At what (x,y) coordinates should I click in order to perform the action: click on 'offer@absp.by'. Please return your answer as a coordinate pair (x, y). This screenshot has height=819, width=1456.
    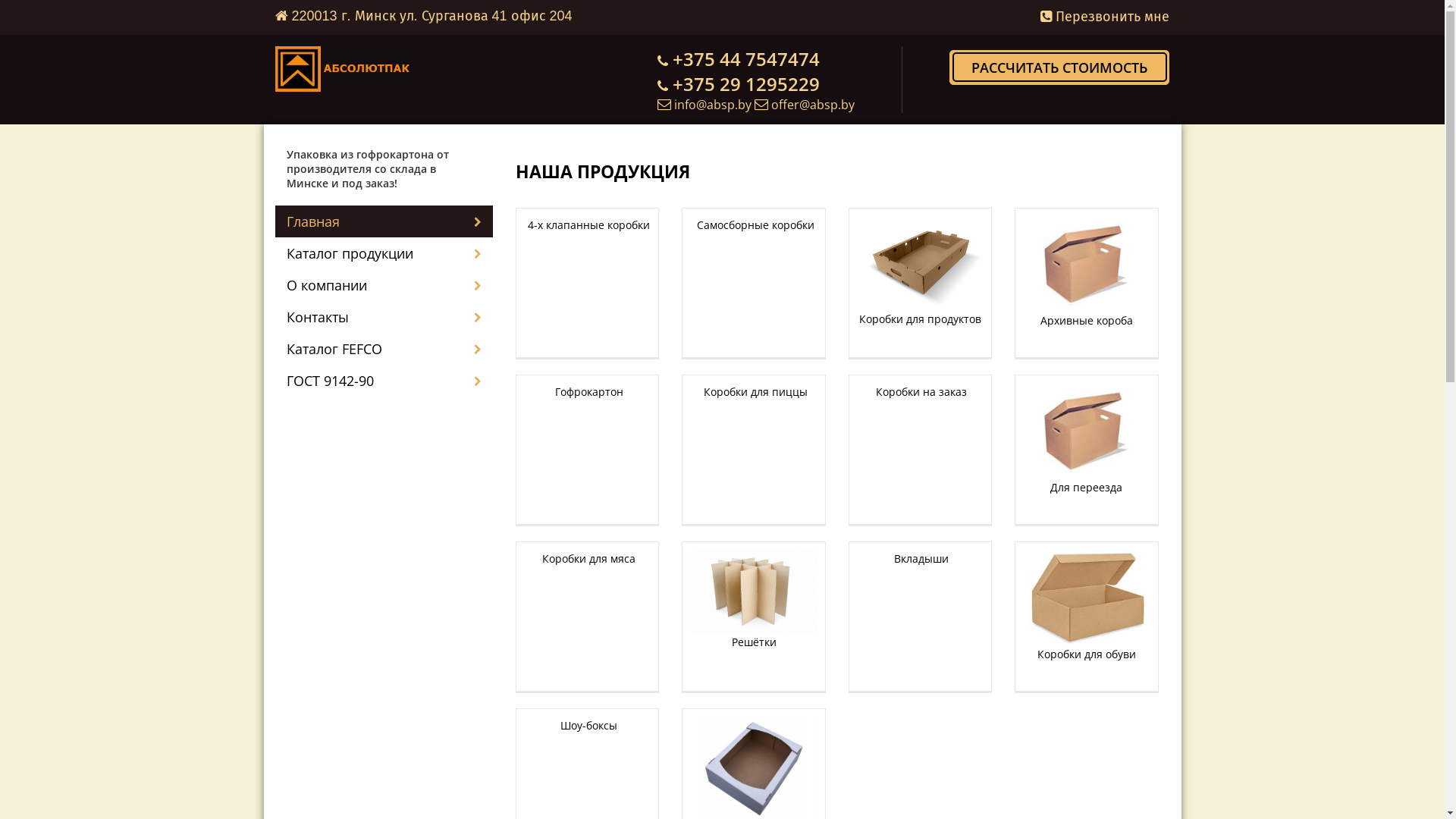
    Looking at the image, I should click on (811, 104).